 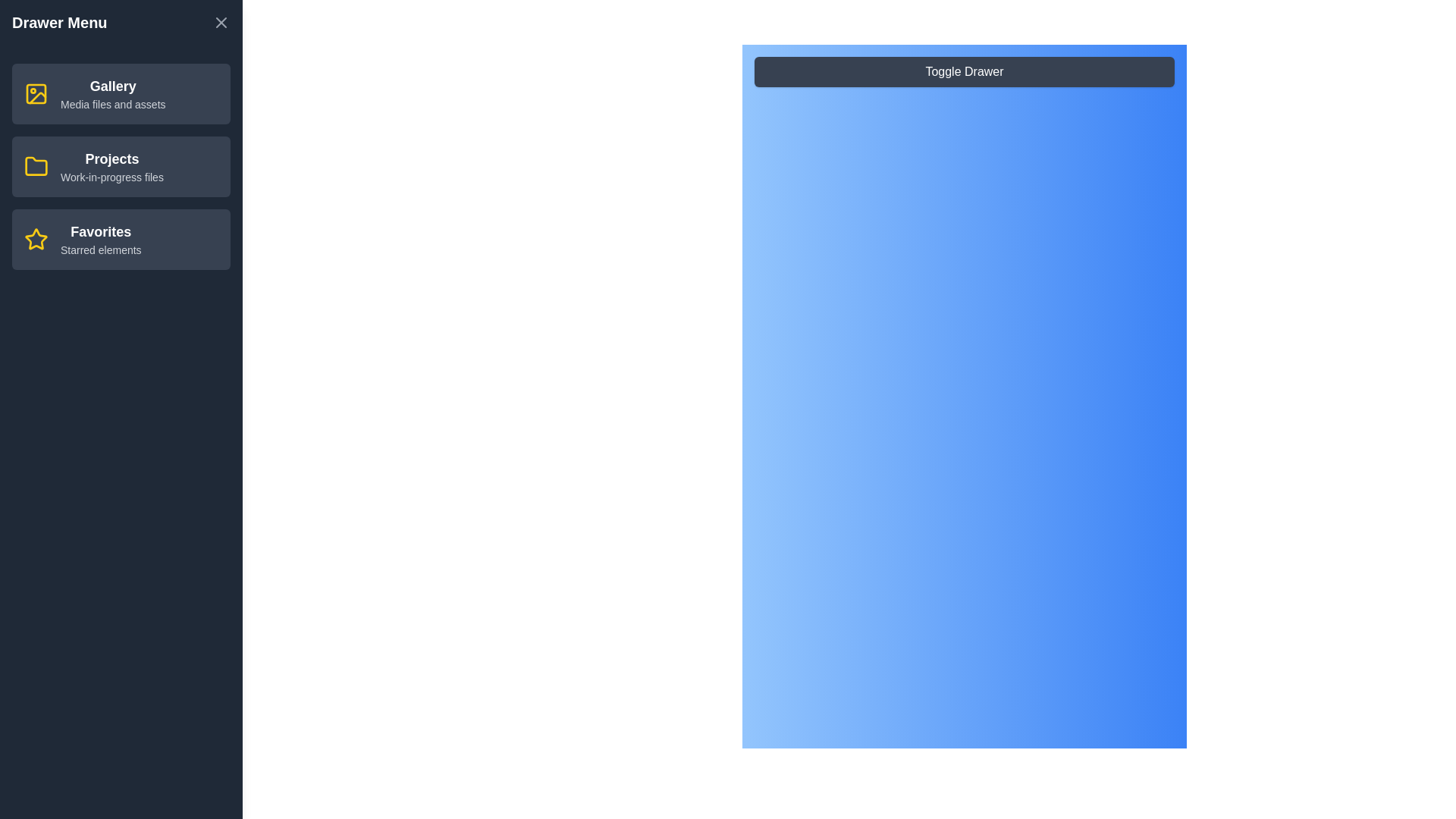 I want to click on the menu item Favorites to highlight it, so click(x=120, y=239).